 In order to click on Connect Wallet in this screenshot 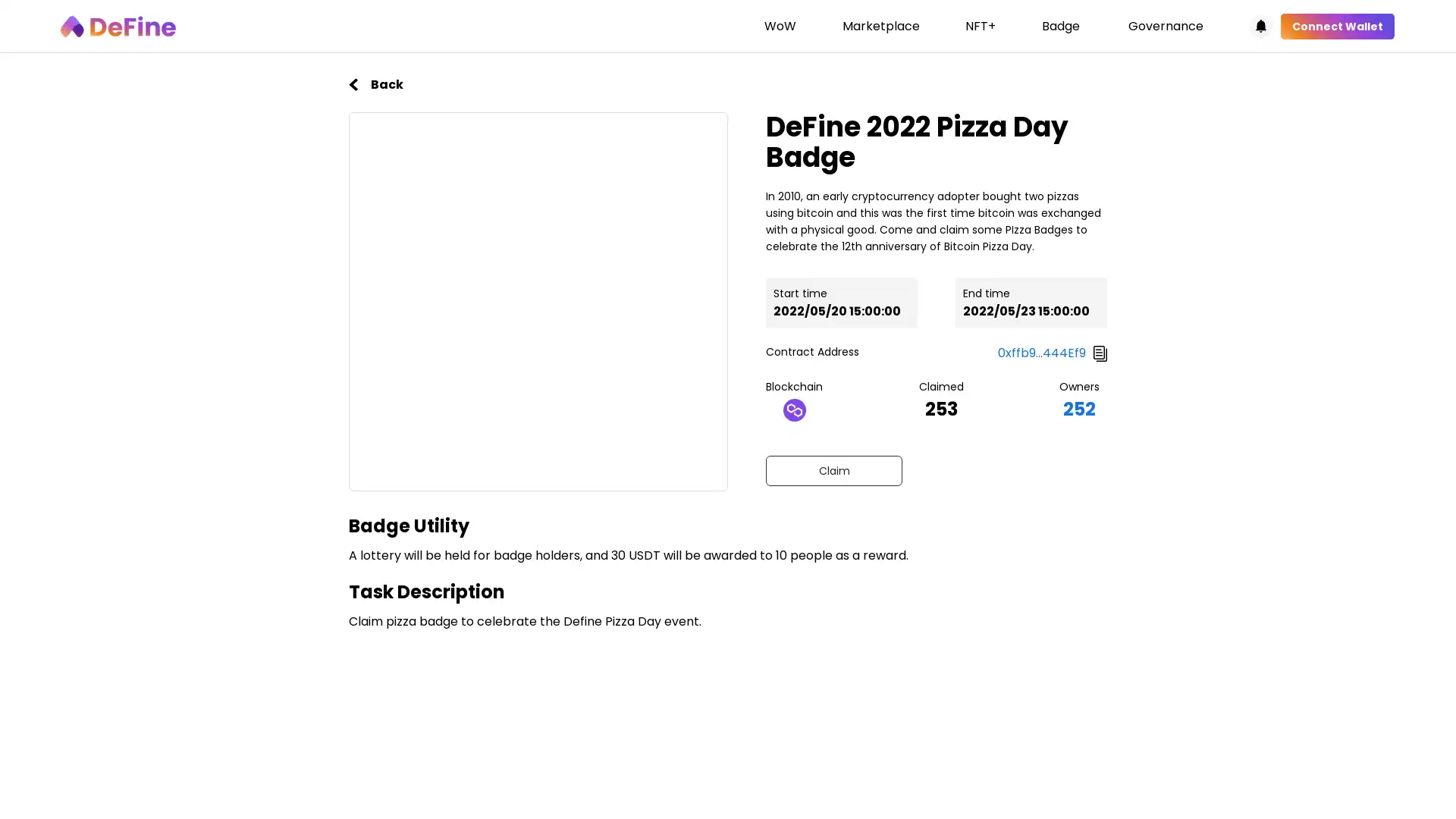, I will do `click(1337, 26)`.